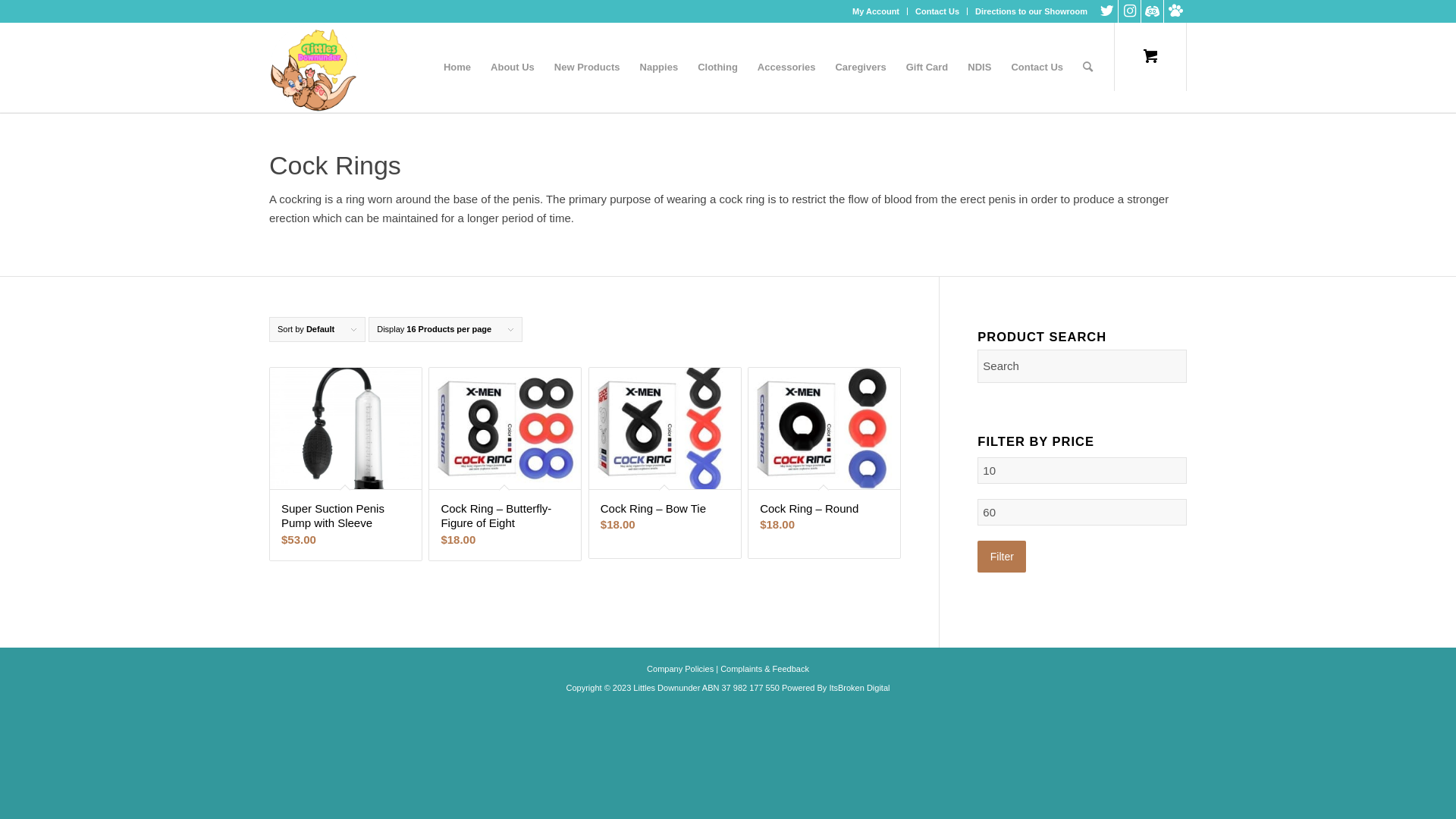 Image resolution: width=1456 pixels, height=819 pixels. I want to click on 'Home', so click(457, 66).